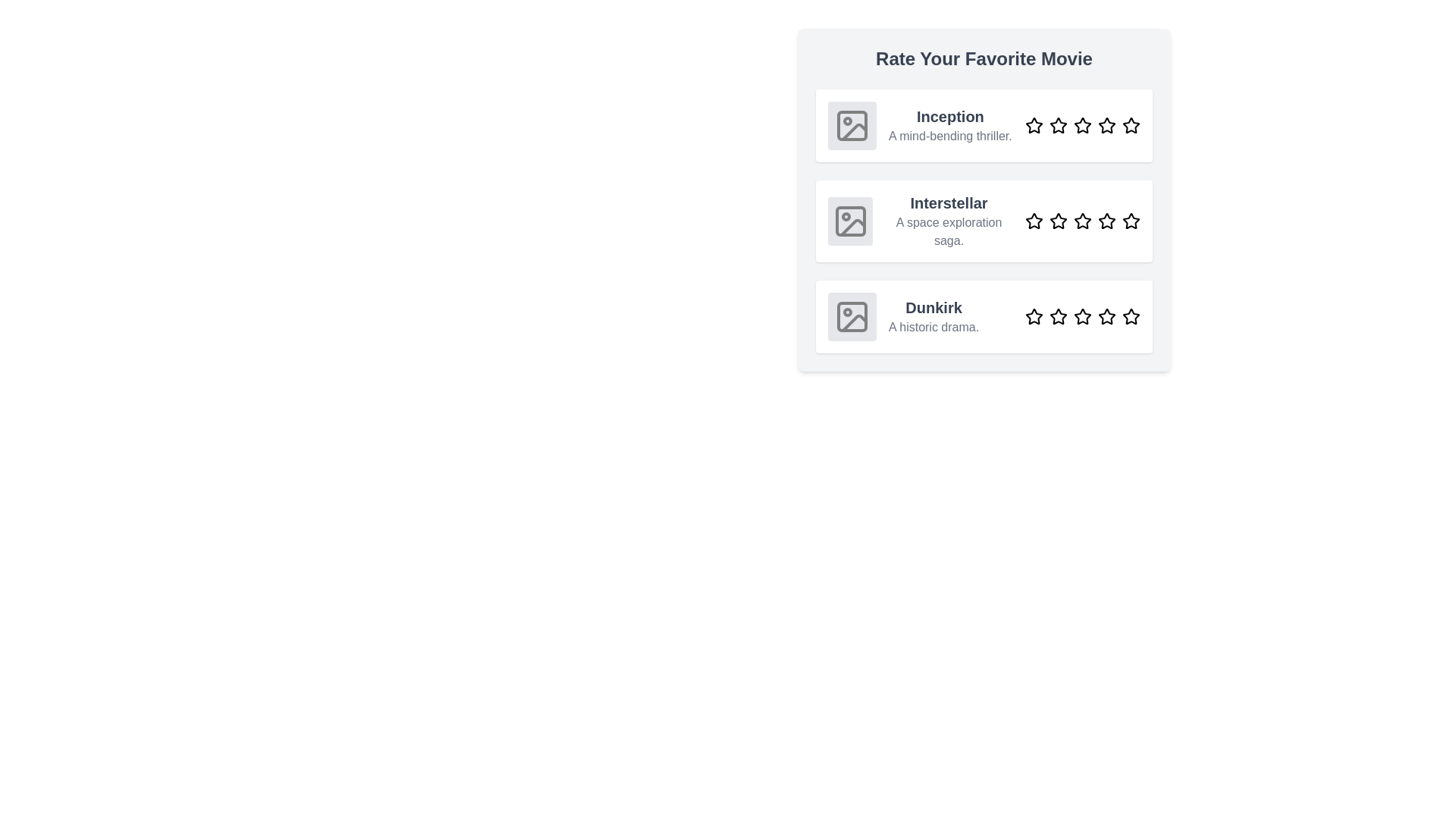  What do you see at coordinates (1131, 124) in the screenshot?
I see `the fifth star rating icon for the 'Inception' movie` at bounding box center [1131, 124].